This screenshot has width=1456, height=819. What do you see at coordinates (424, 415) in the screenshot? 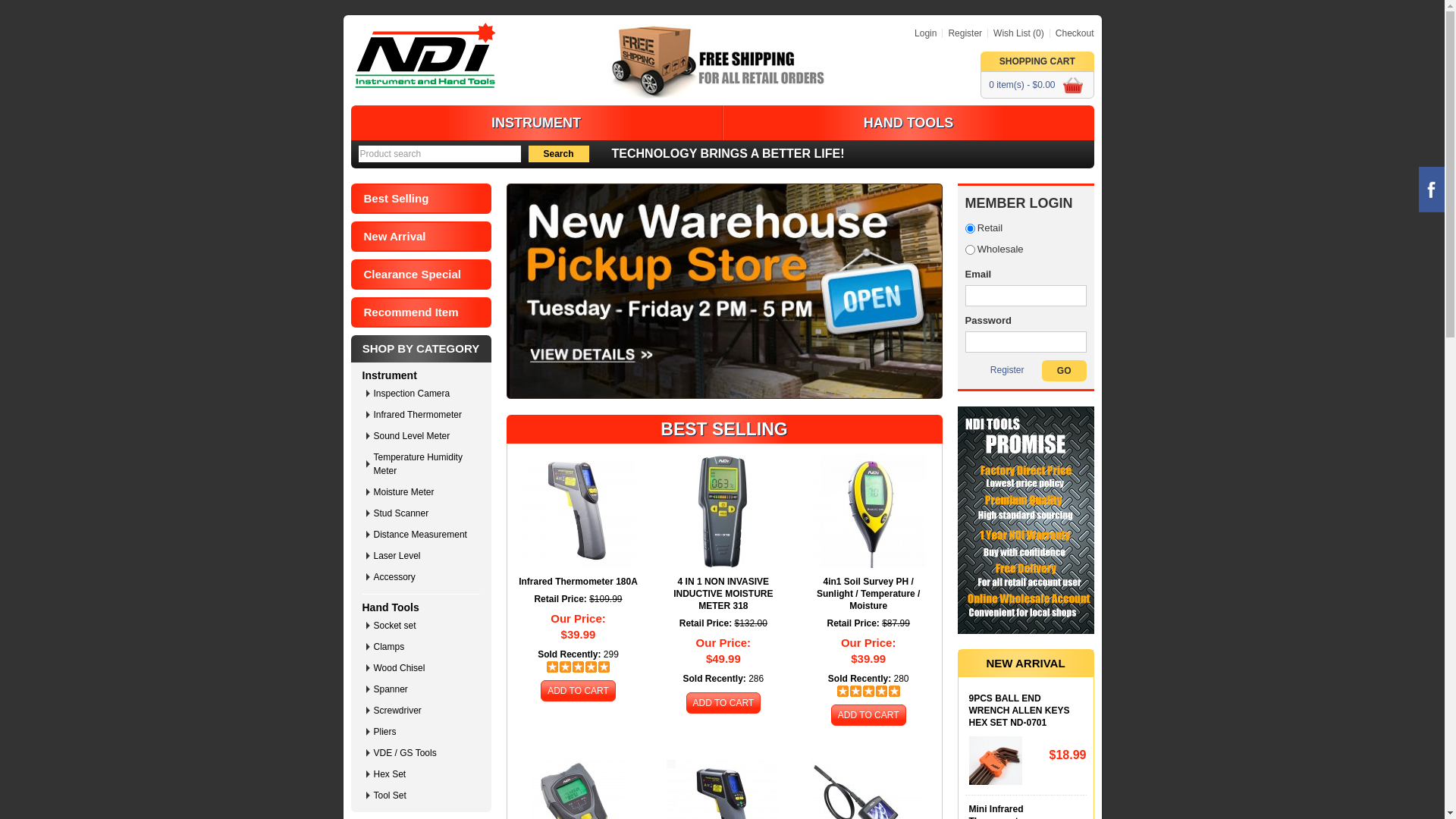
I see `'Infrared Thermometer'` at bounding box center [424, 415].